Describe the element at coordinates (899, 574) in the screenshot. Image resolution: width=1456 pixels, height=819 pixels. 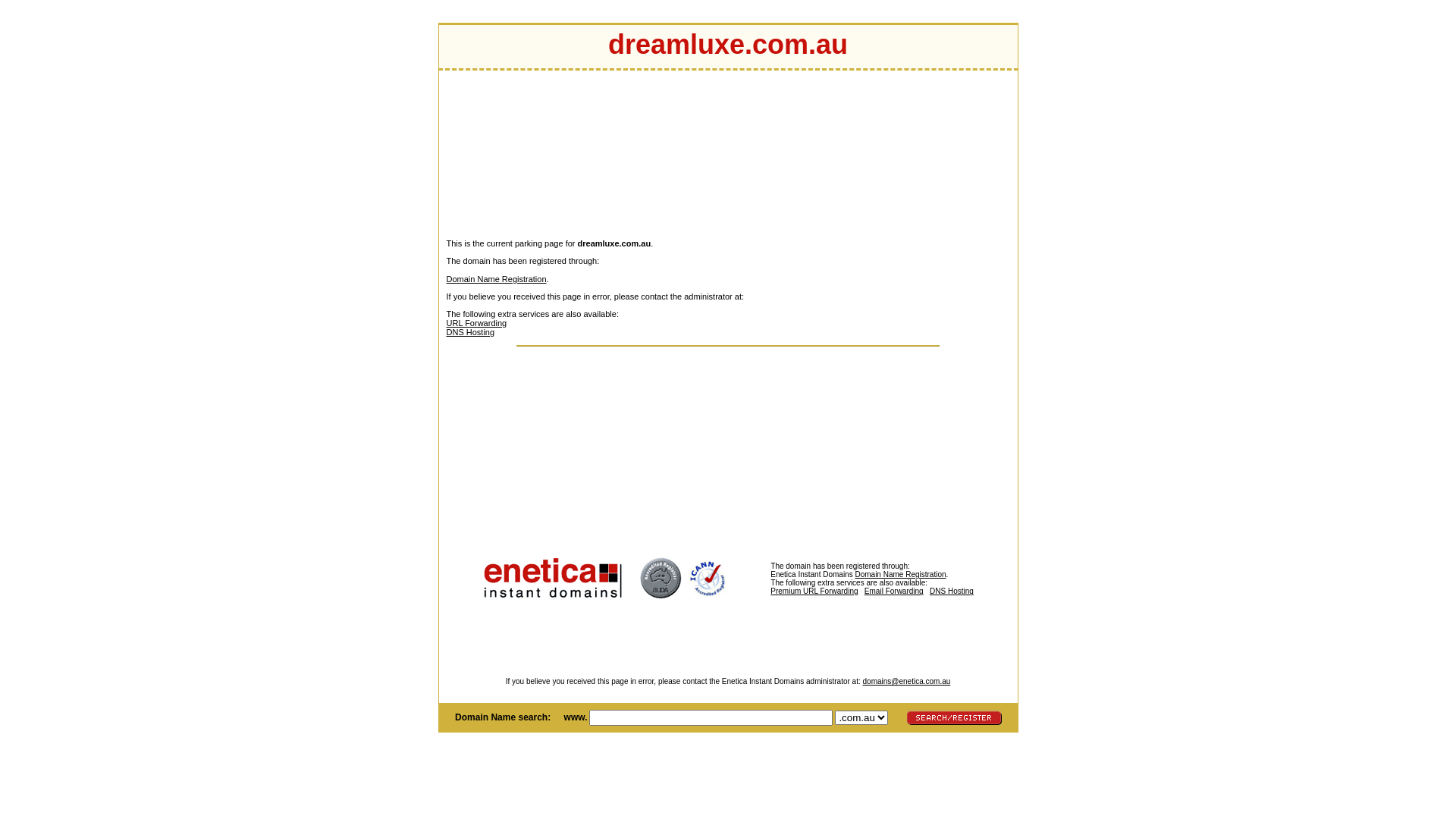
I see `'Domain Name Registration'` at that location.